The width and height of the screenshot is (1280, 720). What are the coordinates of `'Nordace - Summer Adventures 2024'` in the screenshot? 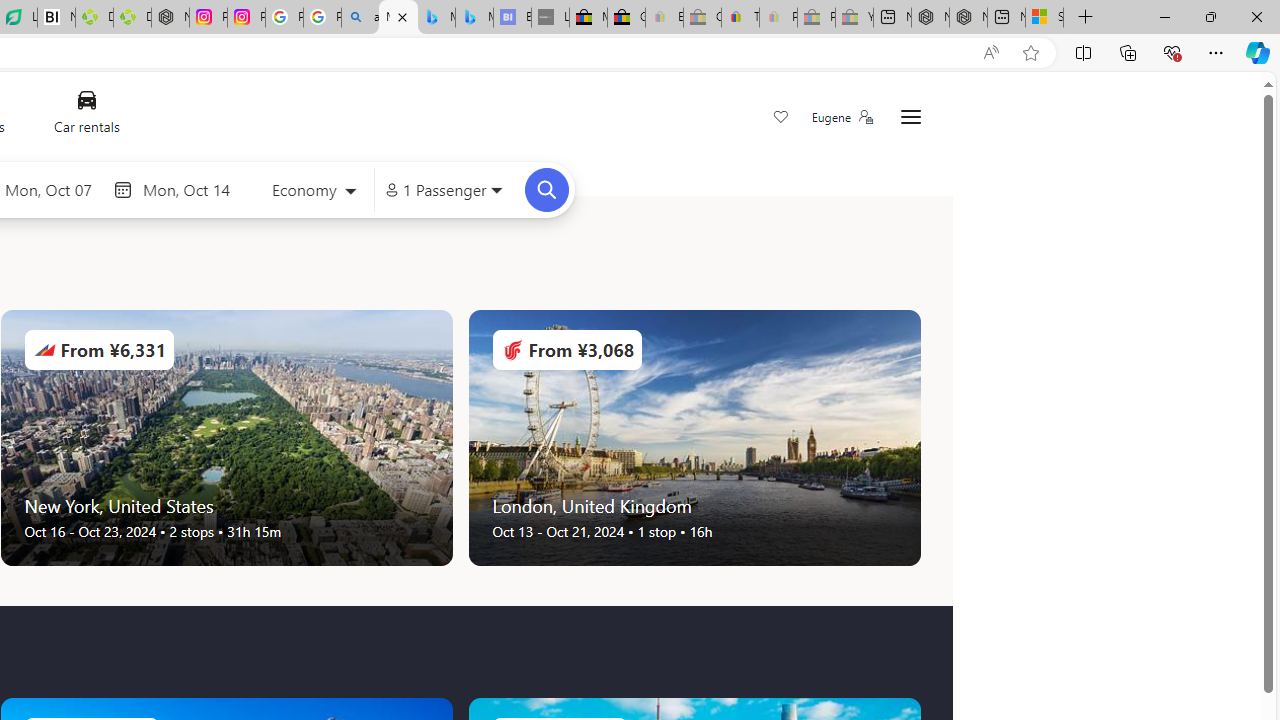 It's located at (968, 17).